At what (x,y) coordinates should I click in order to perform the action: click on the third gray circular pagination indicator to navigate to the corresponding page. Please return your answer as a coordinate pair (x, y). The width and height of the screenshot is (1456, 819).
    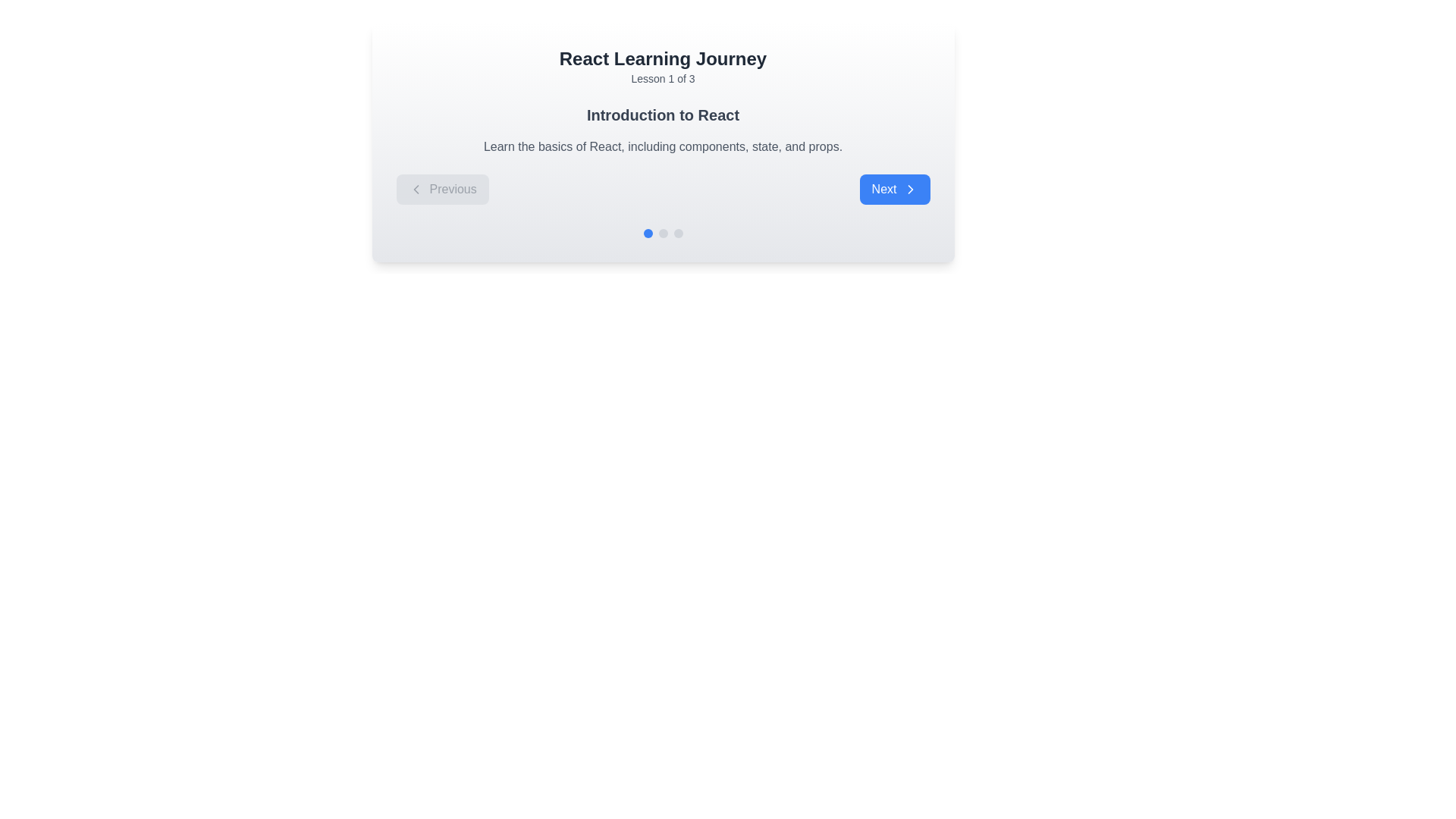
    Looking at the image, I should click on (677, 234).